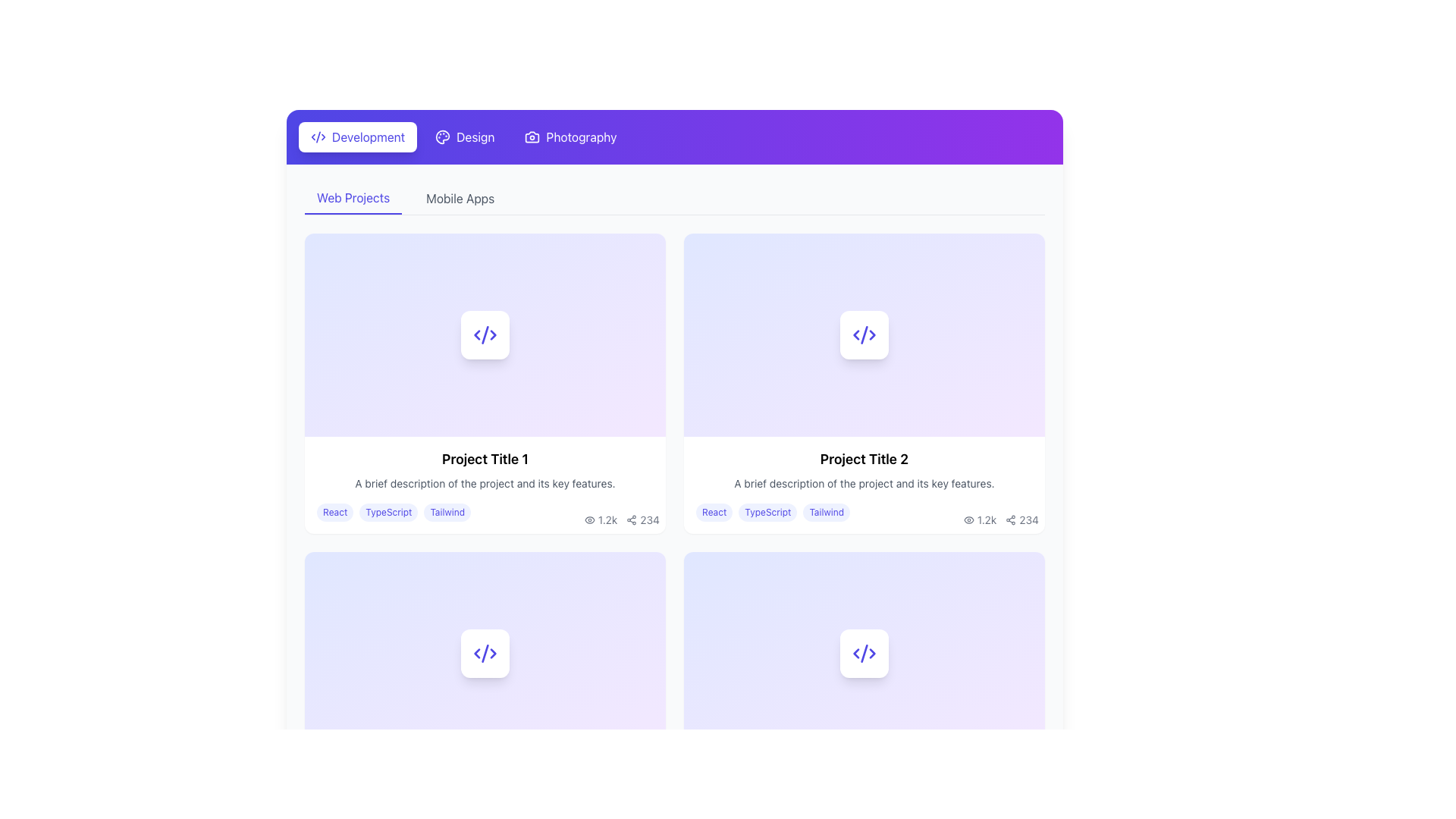 The height and width of the screenshot is (819, 1456). I want to click on the sharing icon located in the bottom-right corner of the second project card, positioned between the '1.2k' text and the '234' text, so click(1011, 519).